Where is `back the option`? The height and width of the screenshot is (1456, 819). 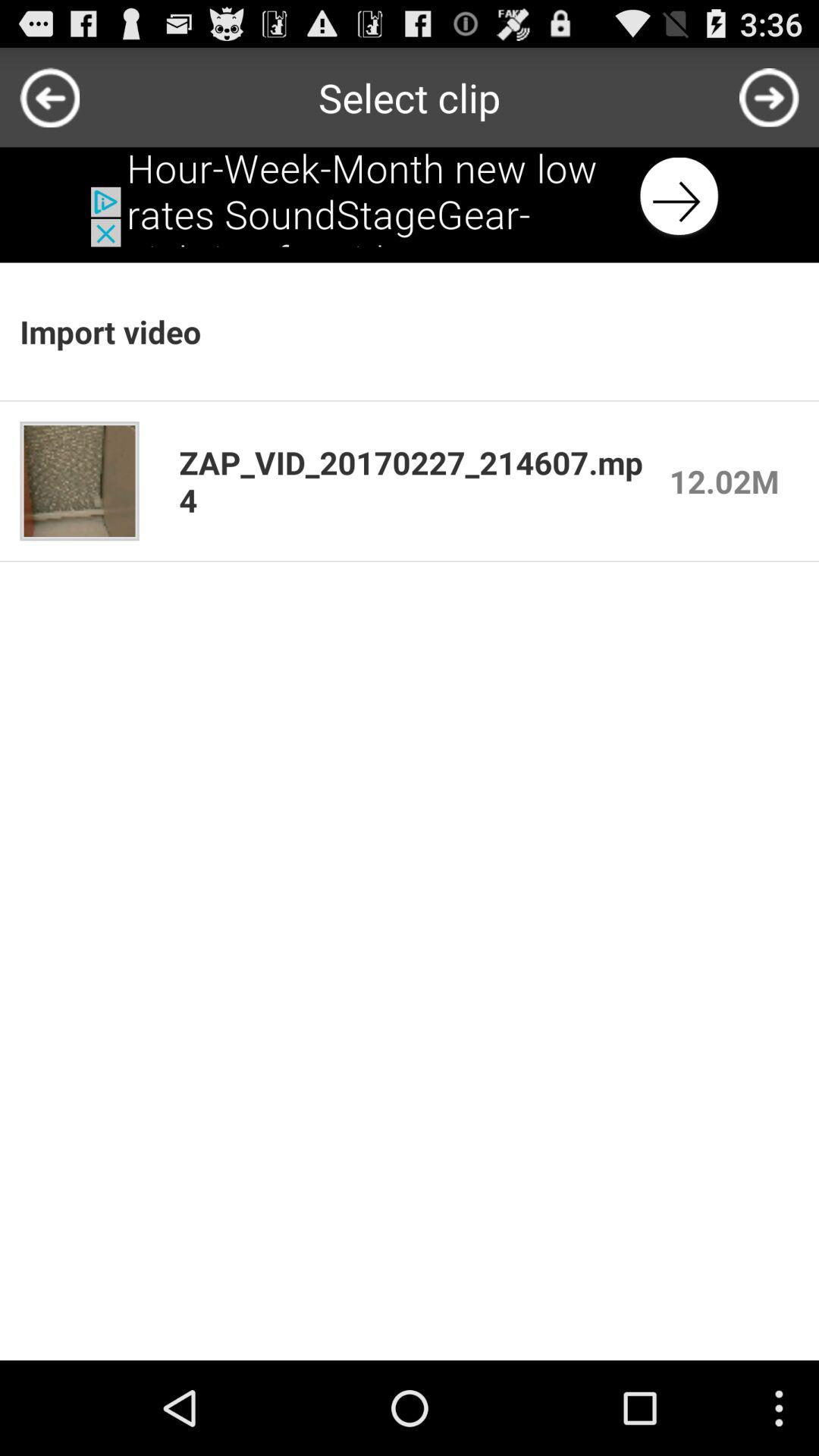 back the option is located at coordinates (409, 196).